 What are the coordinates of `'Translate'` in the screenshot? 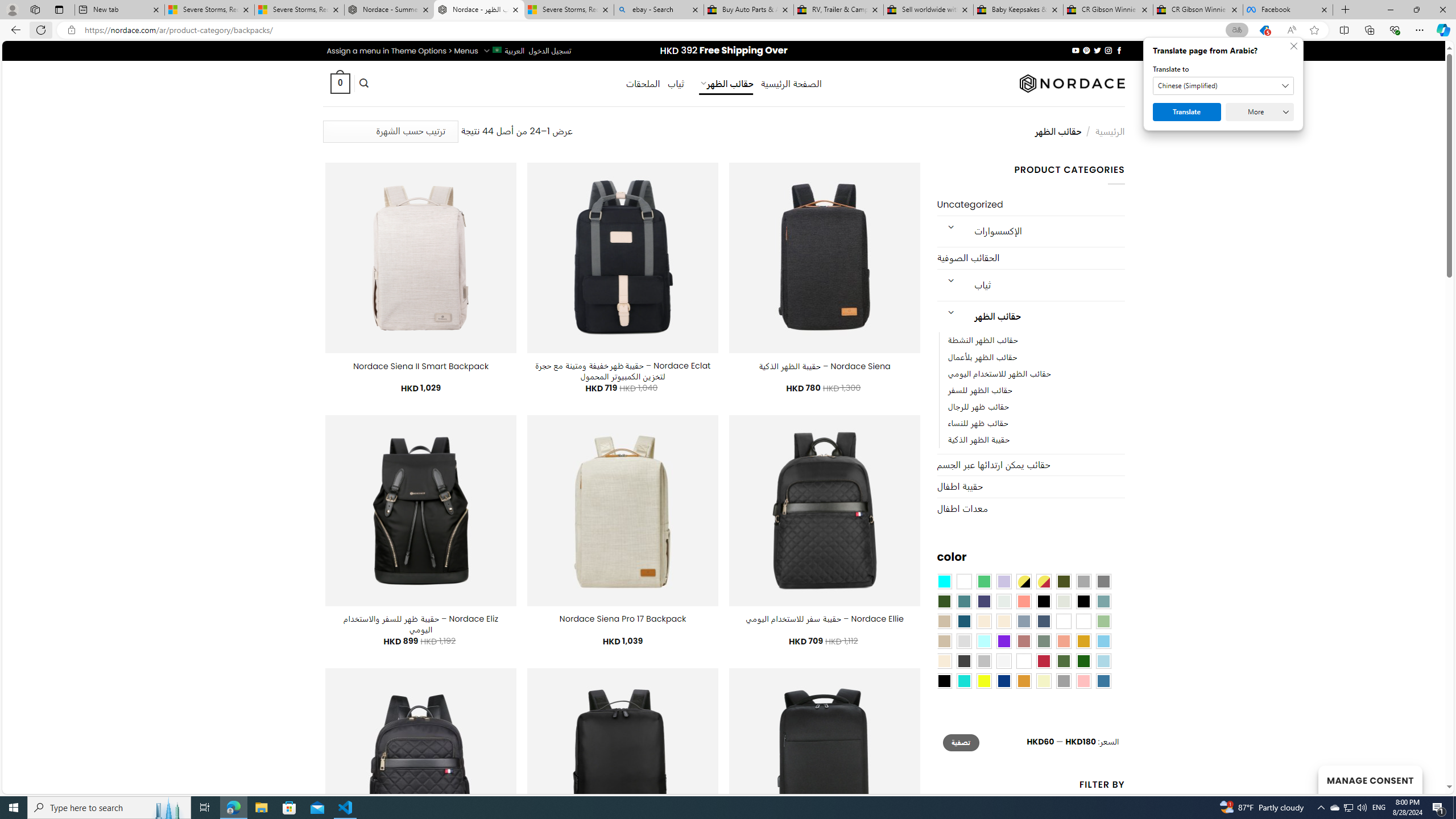 It's located at (1187, 111).